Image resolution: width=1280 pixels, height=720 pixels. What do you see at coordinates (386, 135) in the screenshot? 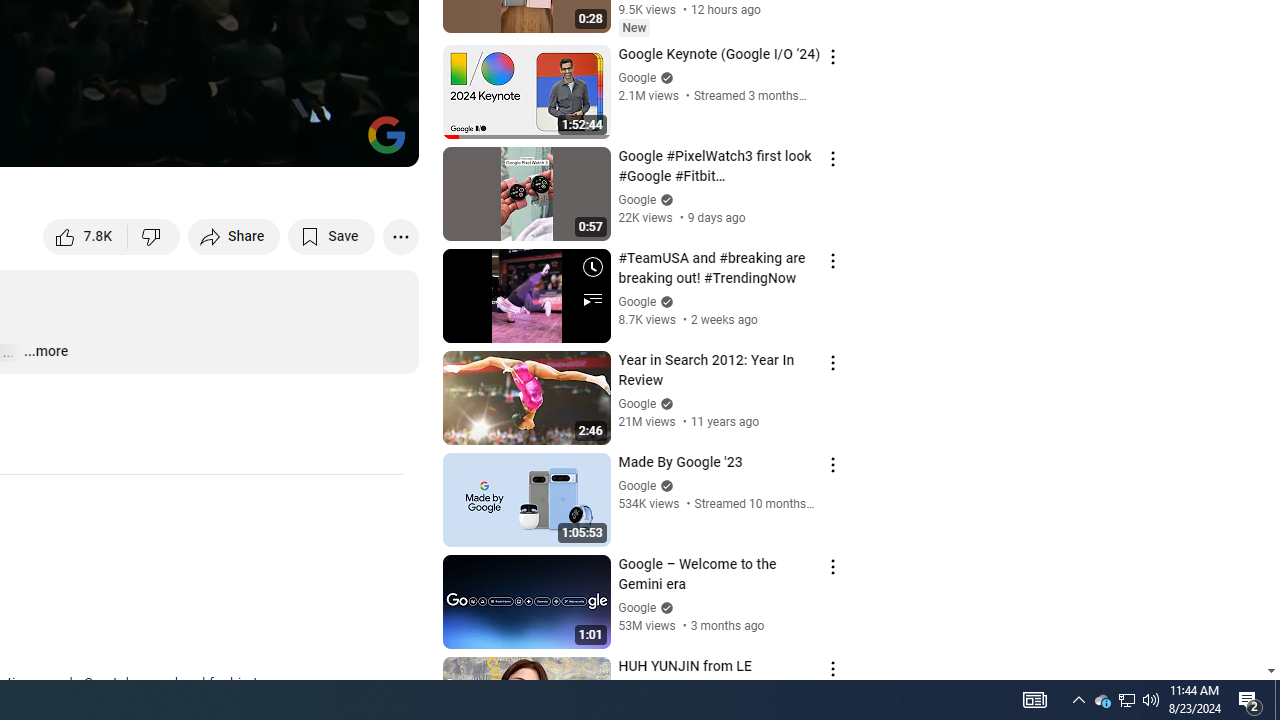
I see `'Channel watermark'` at bounding box center [386, 135].